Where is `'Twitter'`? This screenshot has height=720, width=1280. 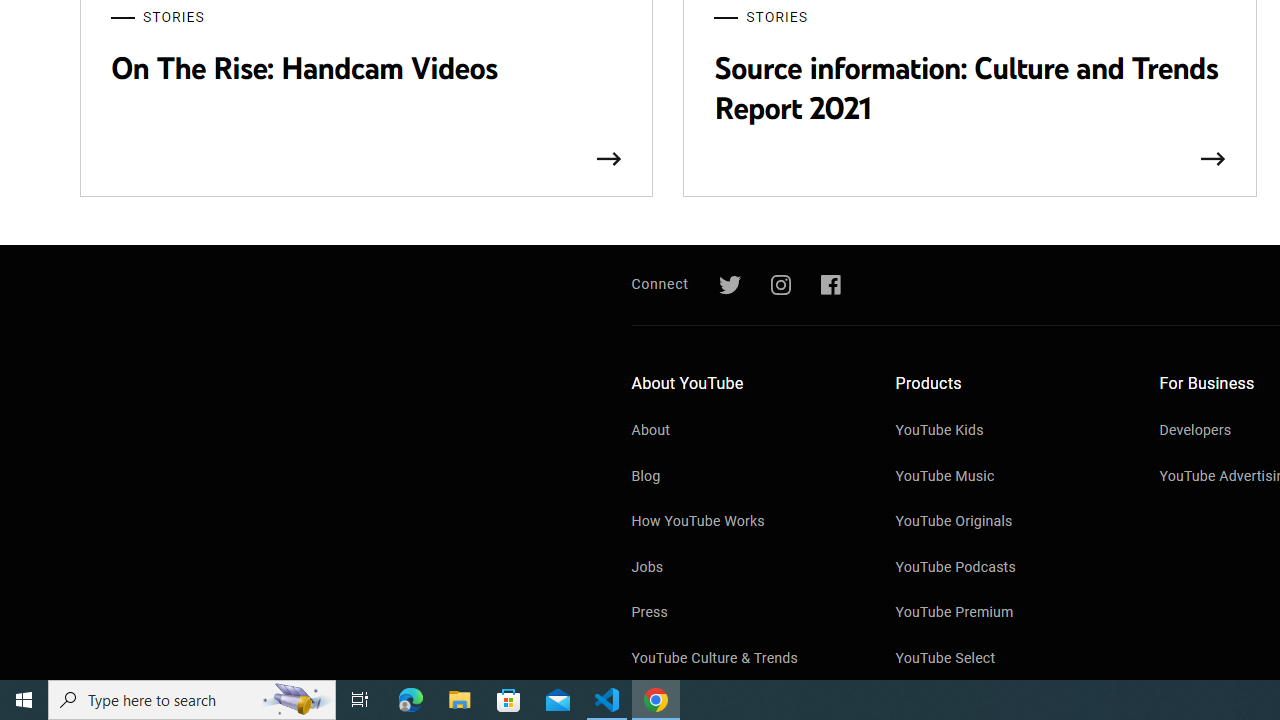 'Twitter' is located at coordinates (728, 285).